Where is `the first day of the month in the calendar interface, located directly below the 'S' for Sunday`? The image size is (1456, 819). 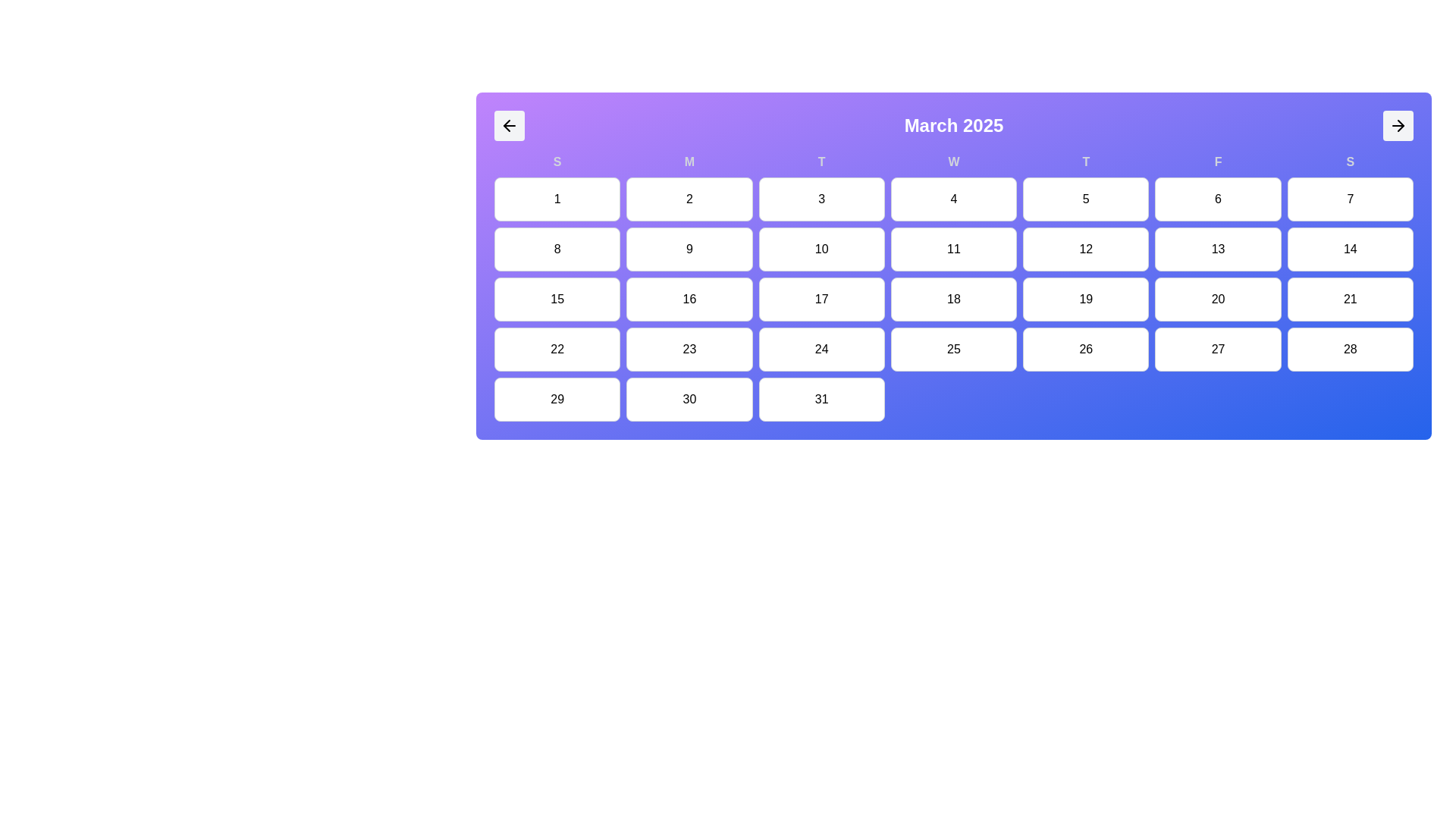 the first day of the month in the calendar interface, located directly below the 'S' for Sunday is located at coordinates (557, 198).